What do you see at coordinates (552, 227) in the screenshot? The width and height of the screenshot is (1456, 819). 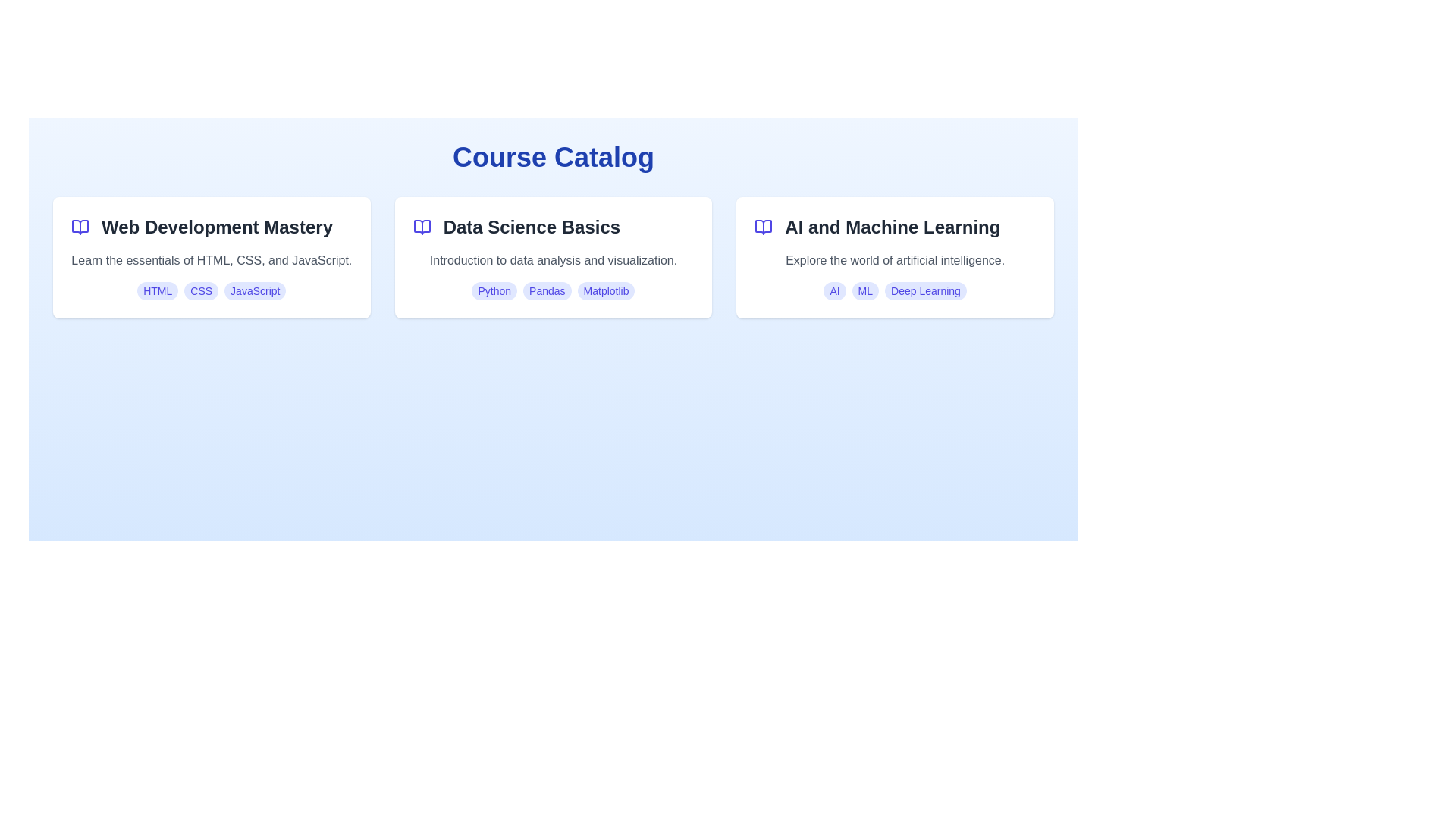 I see `title text 'Data Science Basics' located in the top section of the middle card in a three-card layout, next to an indigo open book icon` at bounding box center [552, 227].